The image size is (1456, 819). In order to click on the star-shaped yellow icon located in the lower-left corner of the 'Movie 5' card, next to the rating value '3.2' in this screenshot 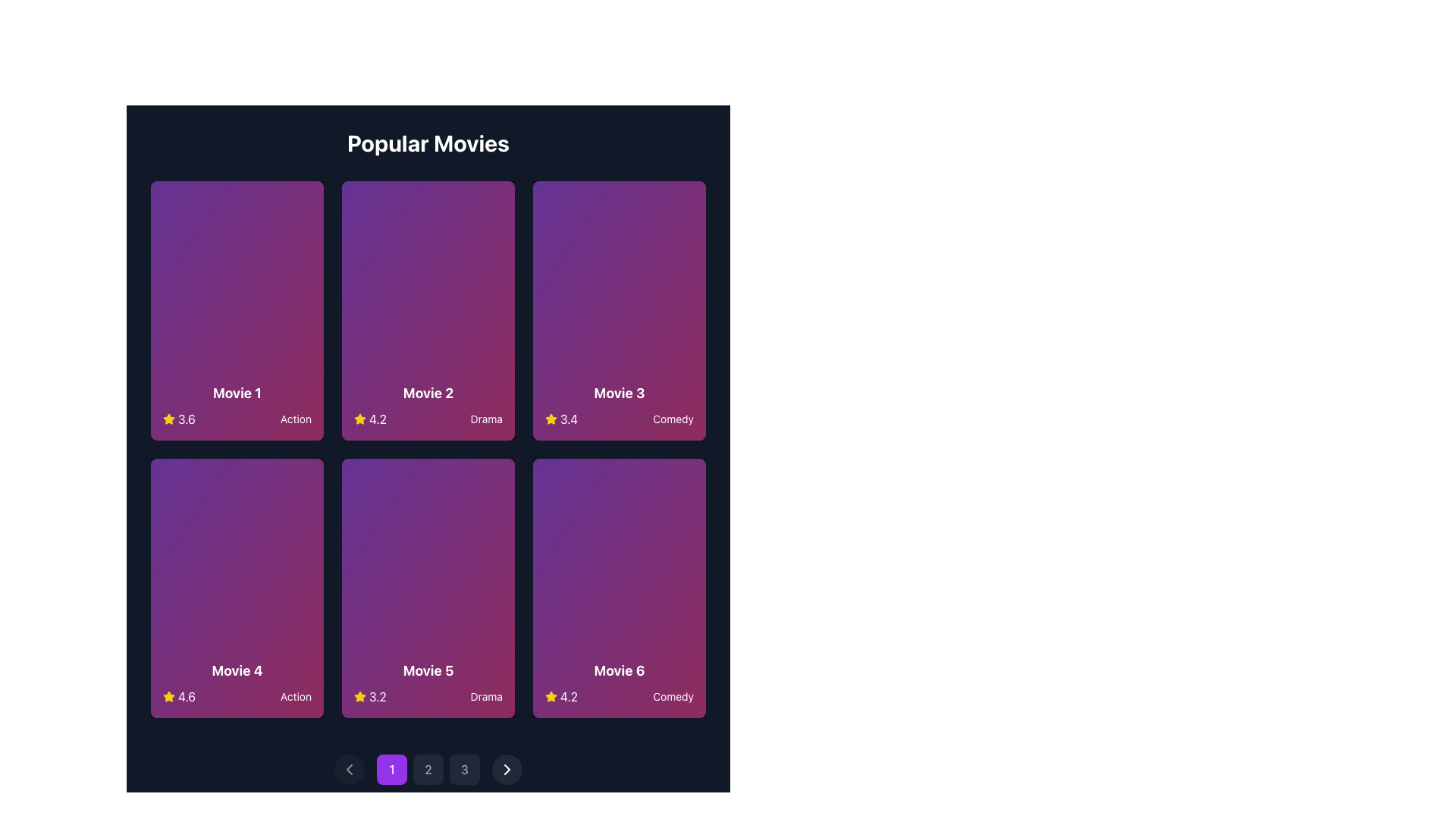, I will do `click(359, 419)`.